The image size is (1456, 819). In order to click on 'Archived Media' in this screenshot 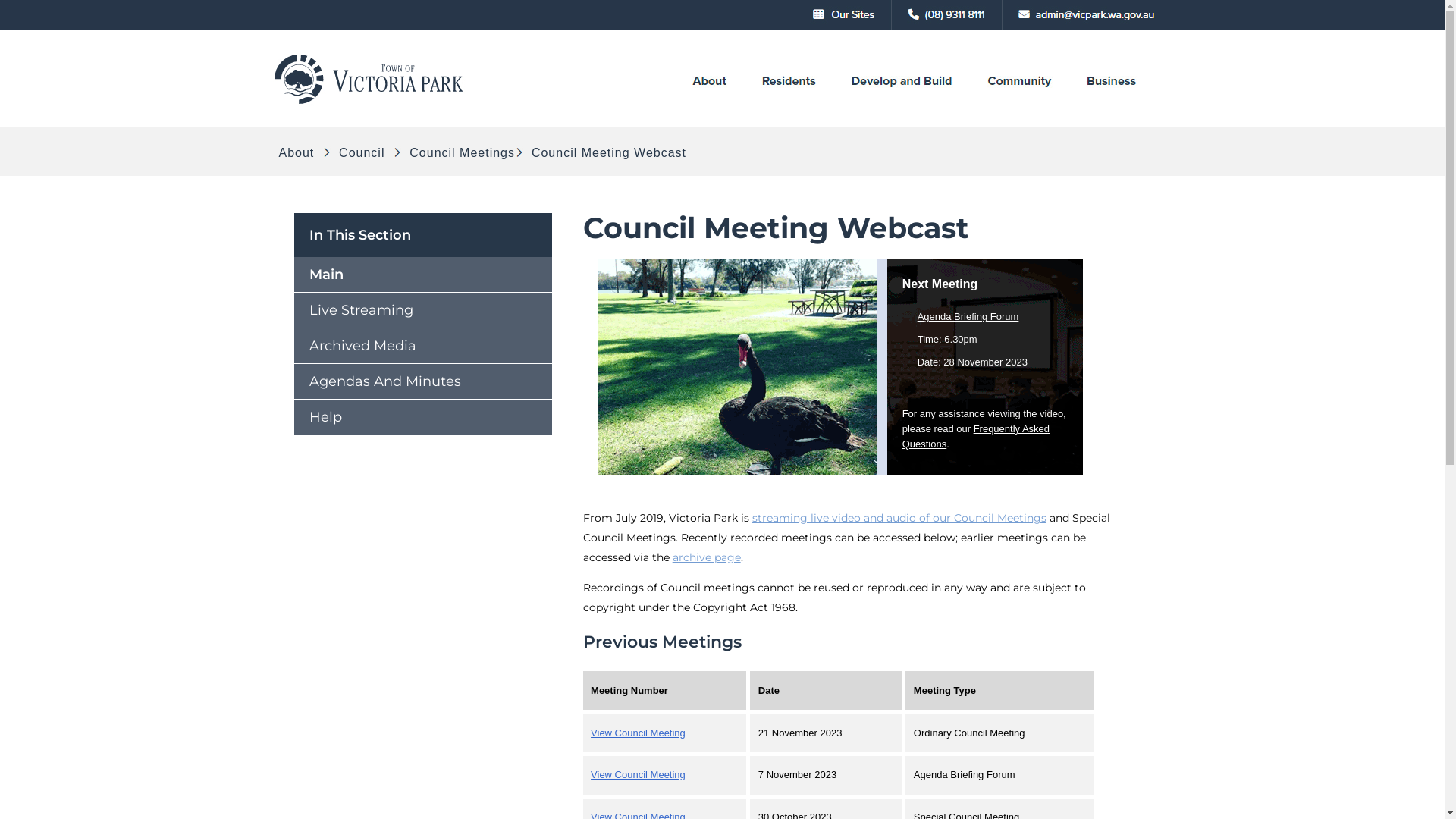, I will do `click(422, 345)`.